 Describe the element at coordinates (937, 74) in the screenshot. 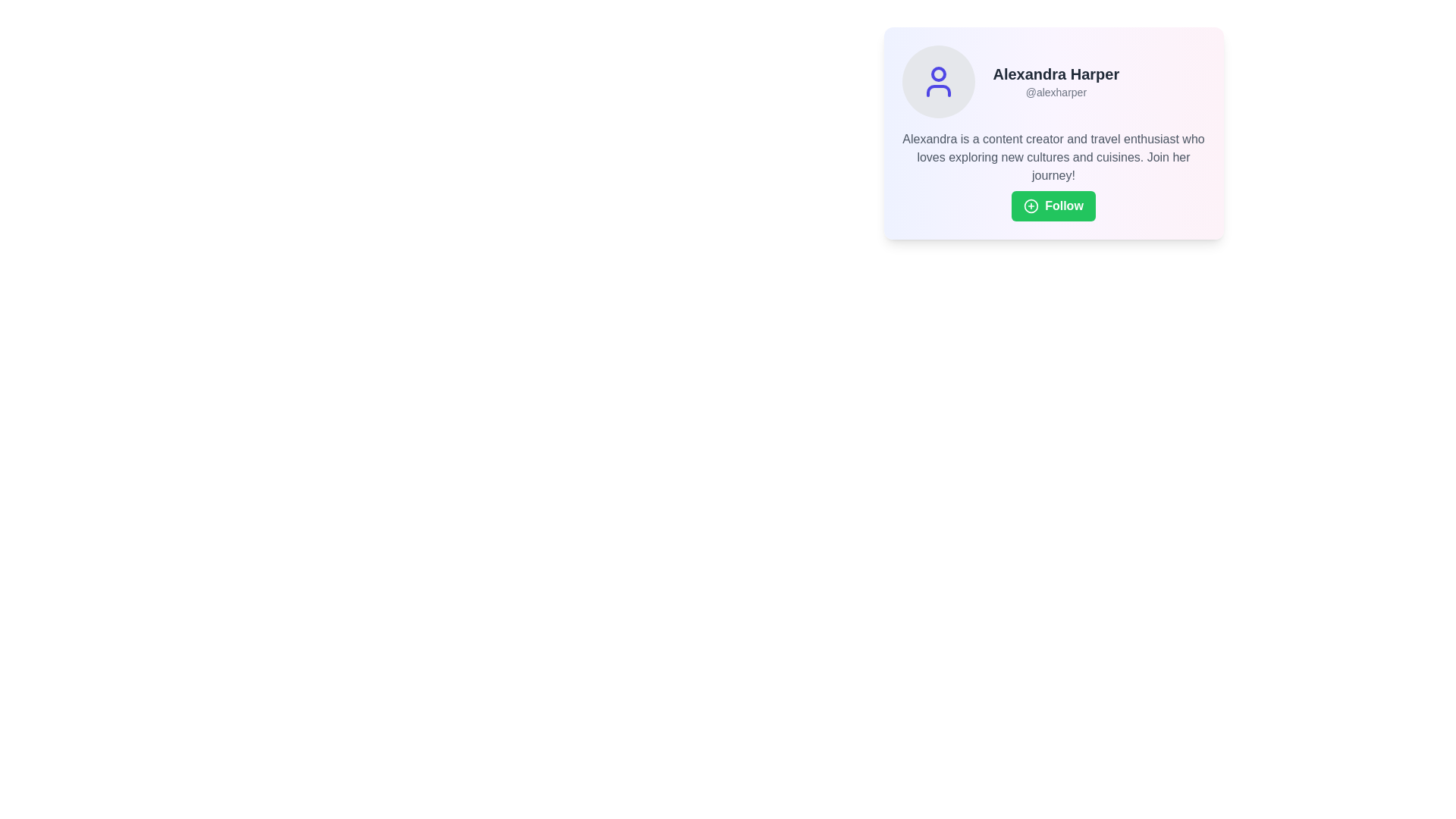

I see `the circle representing the head portion of the user icon in the top-left of the card displaying user details` at that location.